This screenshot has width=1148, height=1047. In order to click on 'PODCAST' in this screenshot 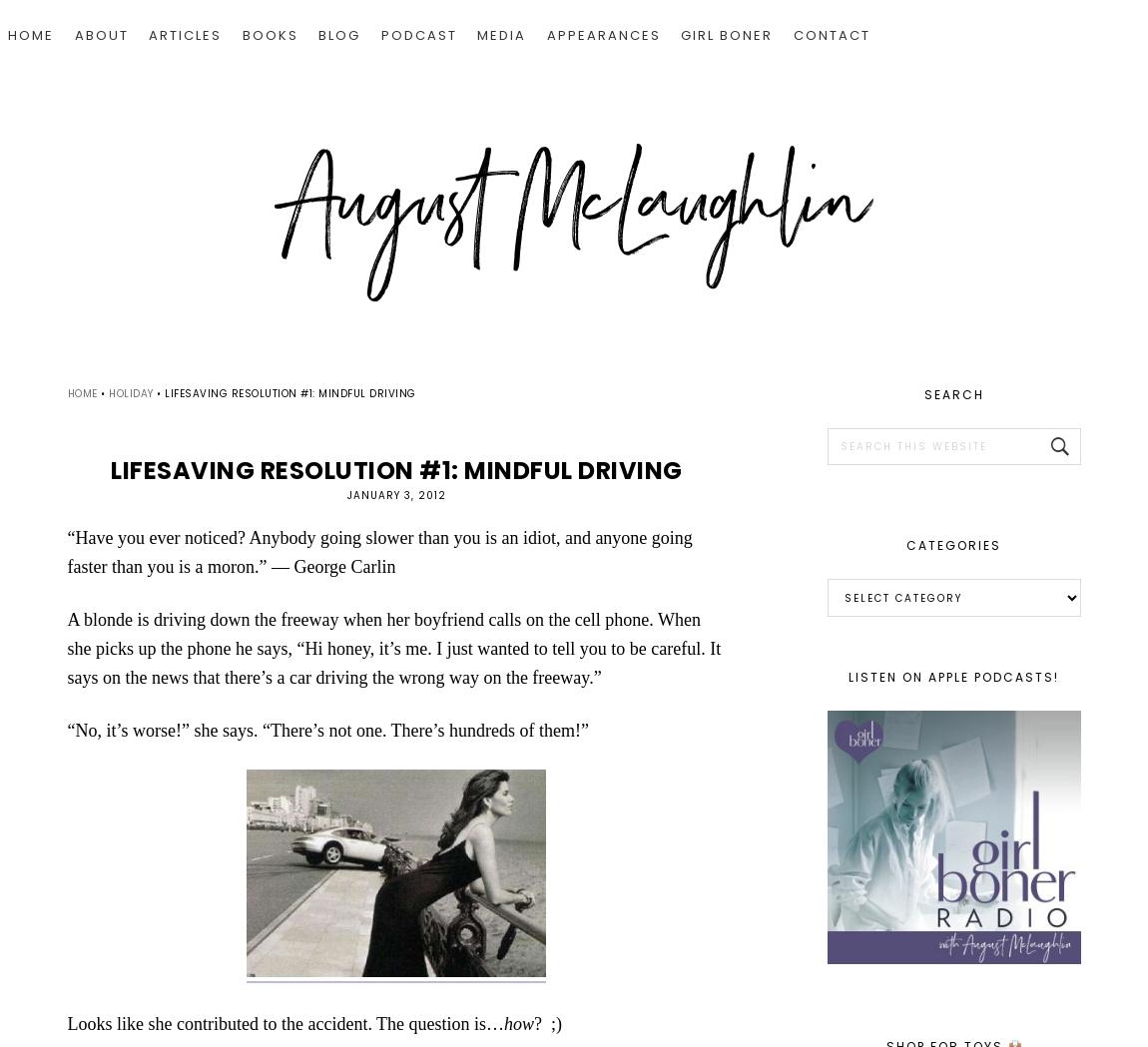, I will do `click(379, 34)`.